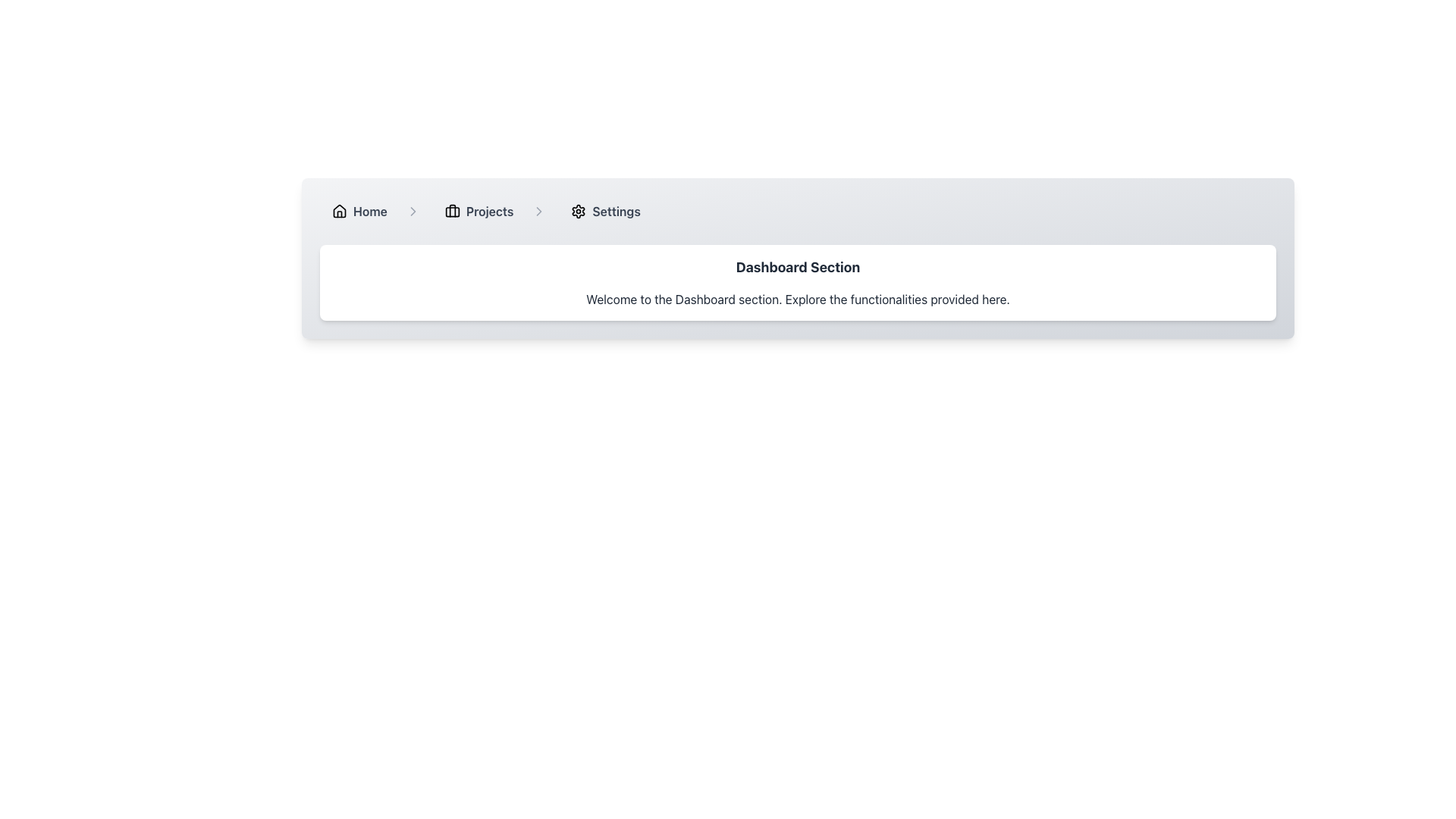 This screenshot has width=1456, height=819. I want to click on the Breadcrumb Navigation Bar located at the top portion of the panel above the Dashboard Section, so click(797, 211).